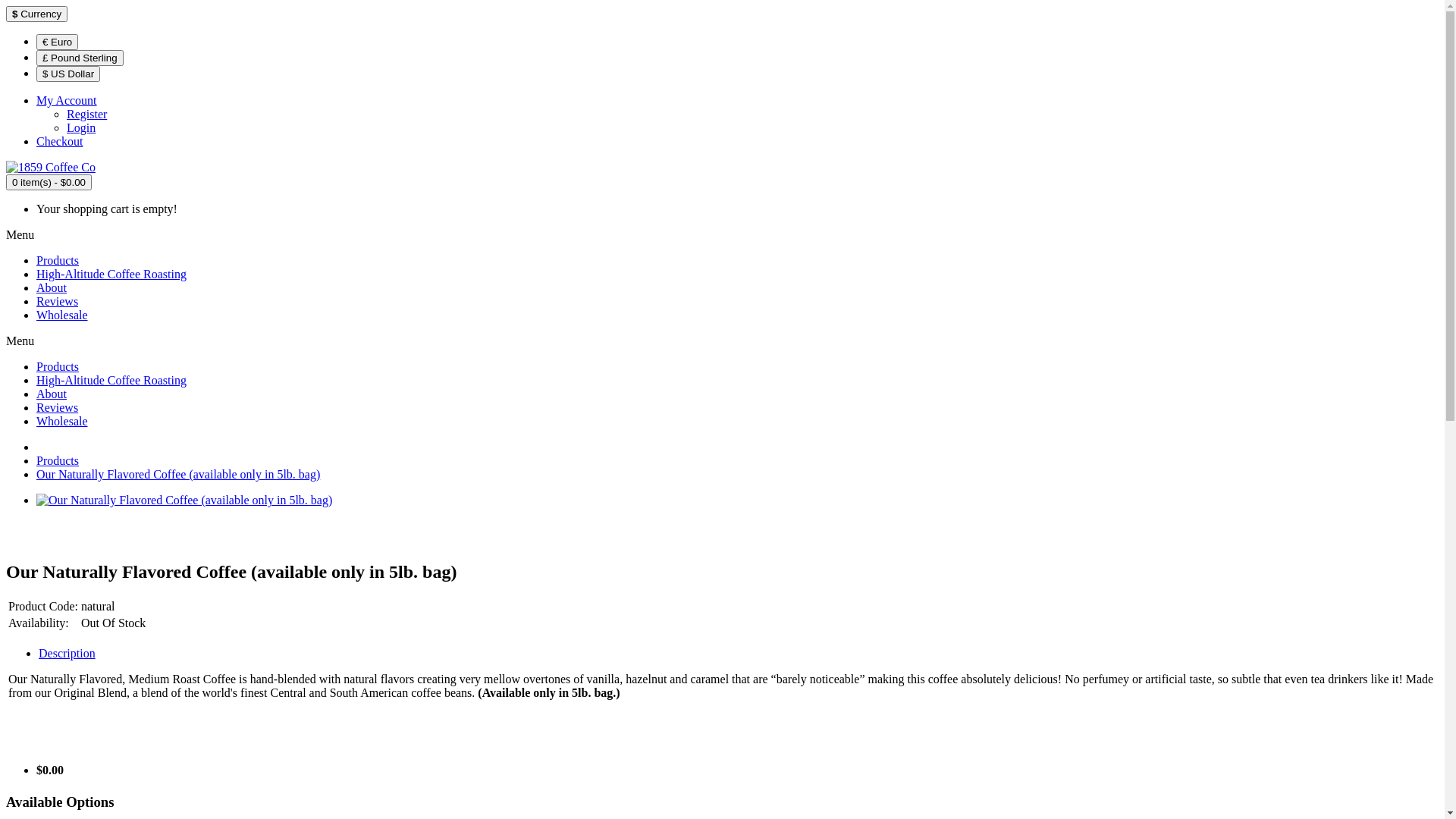 The width and height of the screenshot is (1456, 819). Describe the element at coordinates (49, 181) in the screenshot. I see `'0 item(s) - $0.00'` at that location.